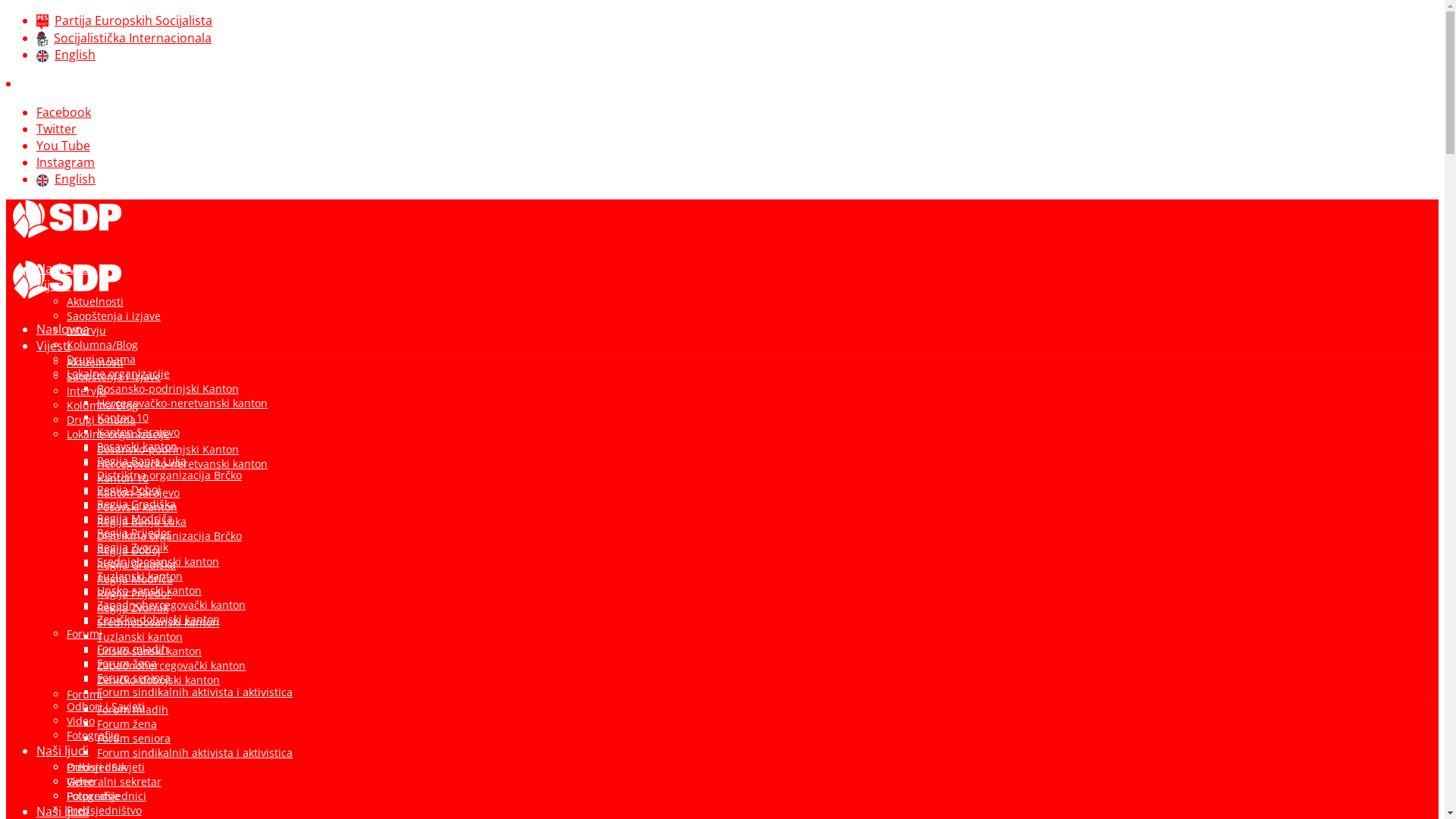 The height and width of the screenshot is (819, 1456). What do you see at coordinates (83, 694) in the screenshot?
I see `'Forumi'` at bounding box center [83, 694].